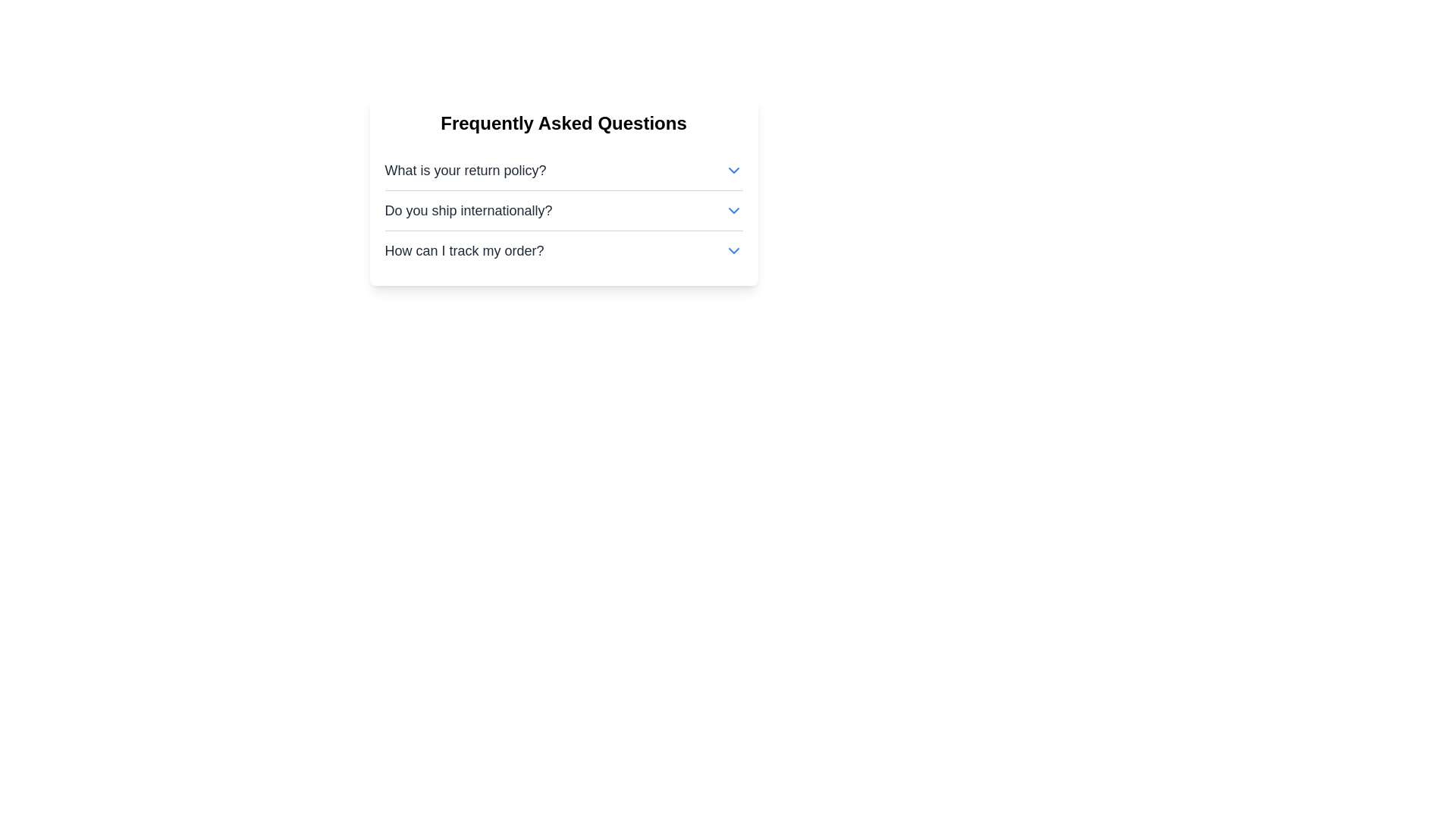  Describe the element at coordinates (563, 250) in the screenshot. I see `the third Expandable List Item` at that location.